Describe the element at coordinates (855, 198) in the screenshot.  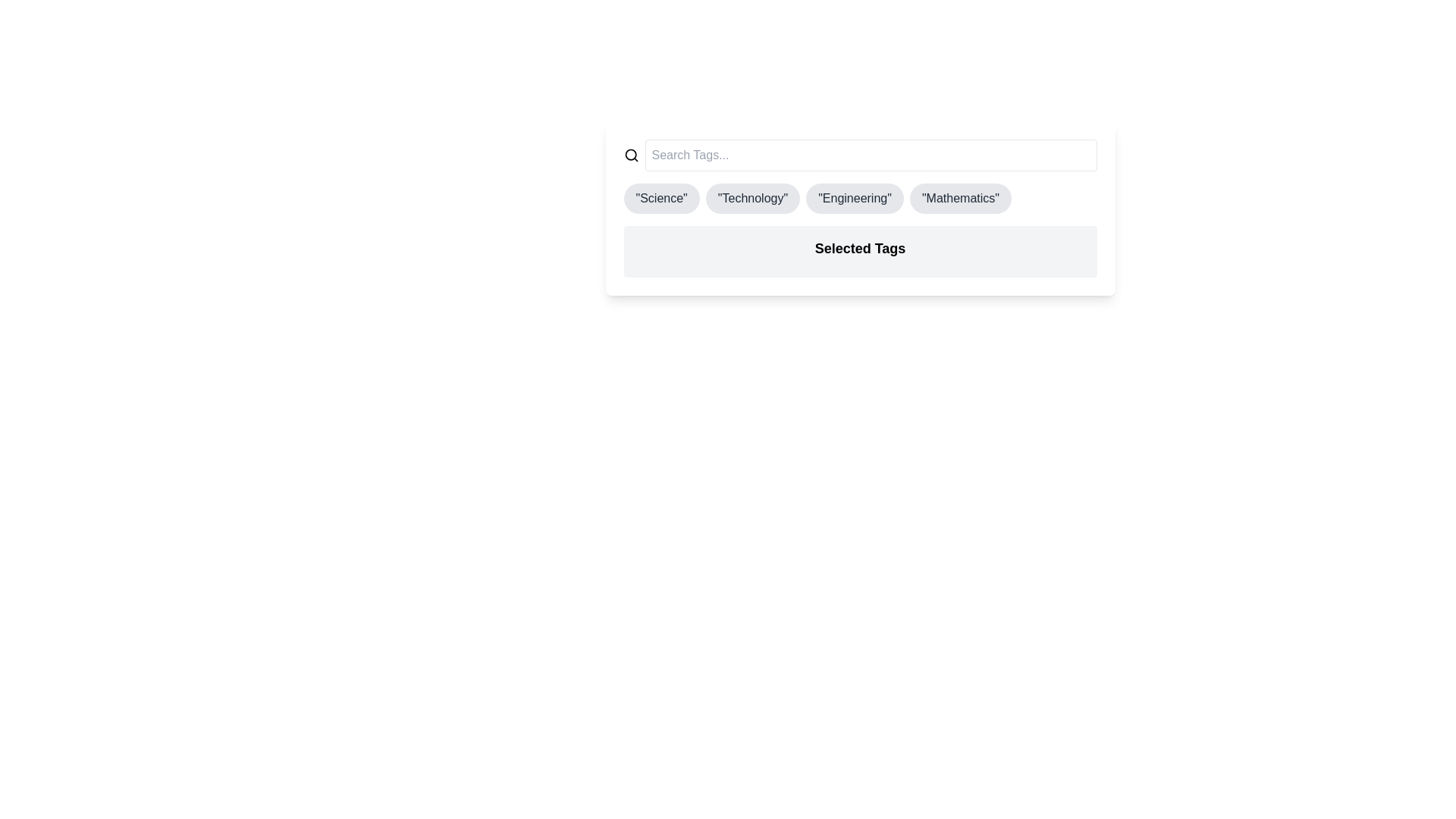
I see `the tag labeled Engineering to select it` at that location.